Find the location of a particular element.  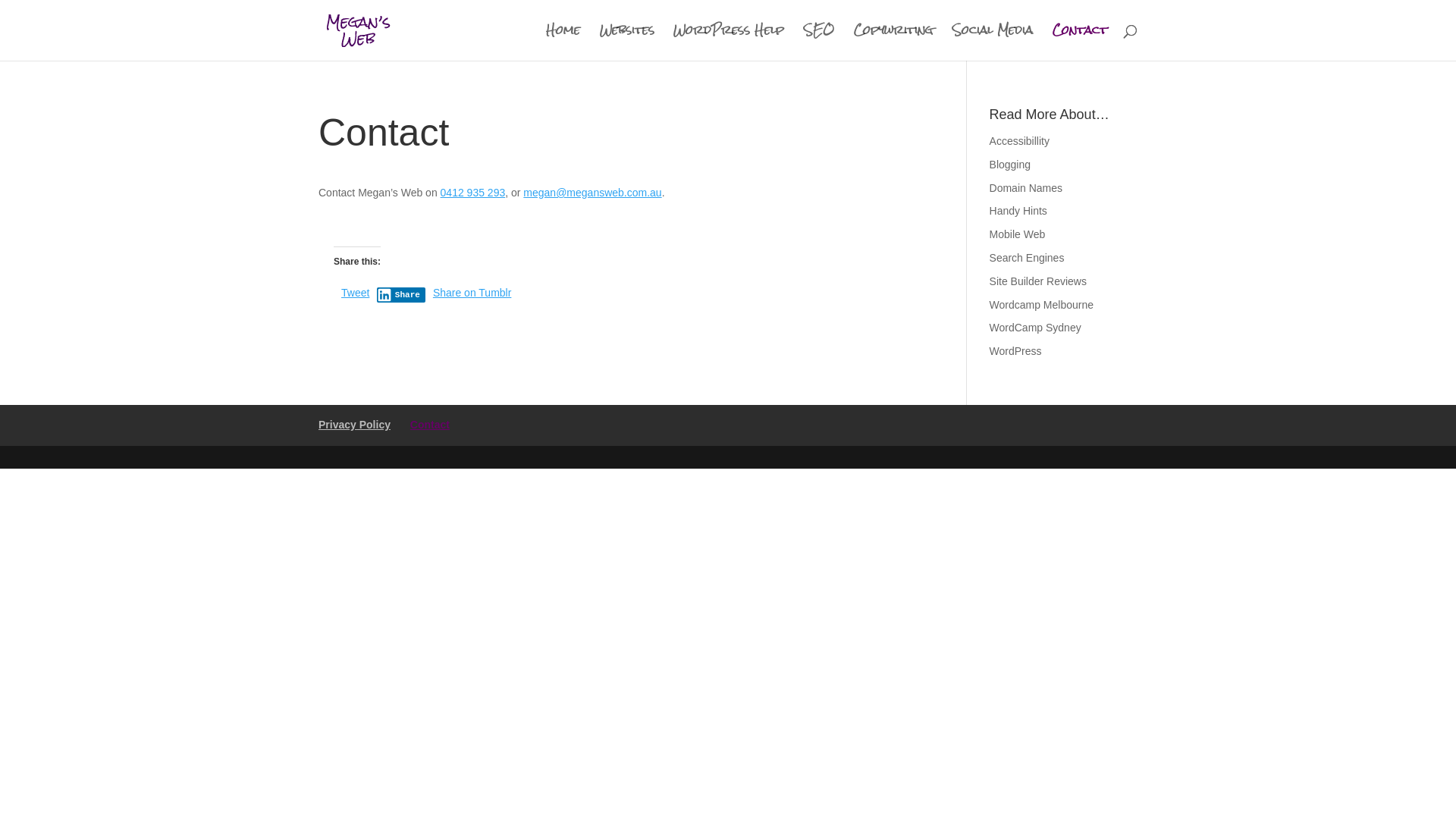

'WordPress Help' is located at coordinates (728, 42).